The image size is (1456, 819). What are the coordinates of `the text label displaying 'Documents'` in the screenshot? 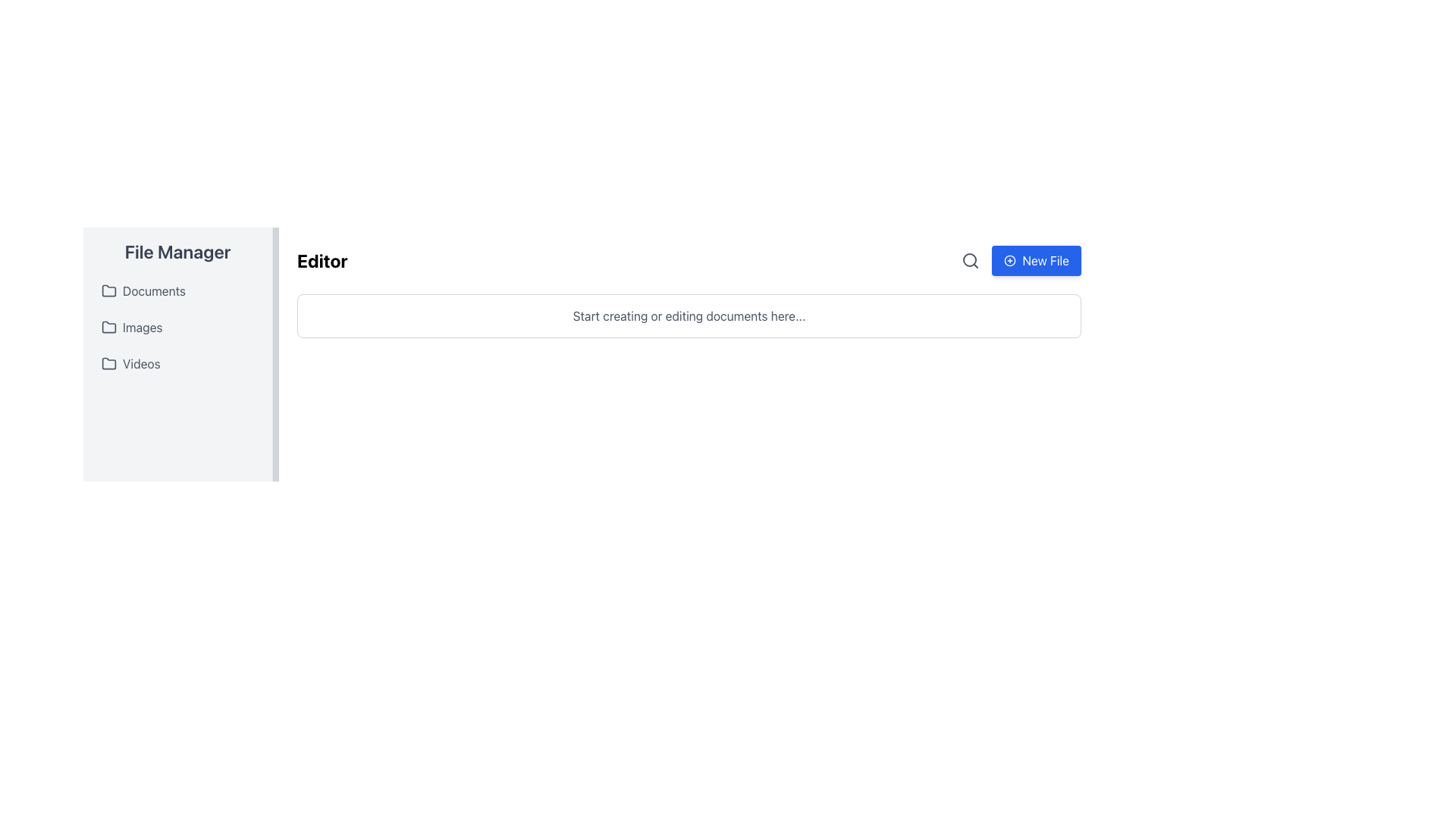 It's located at (154, 291).